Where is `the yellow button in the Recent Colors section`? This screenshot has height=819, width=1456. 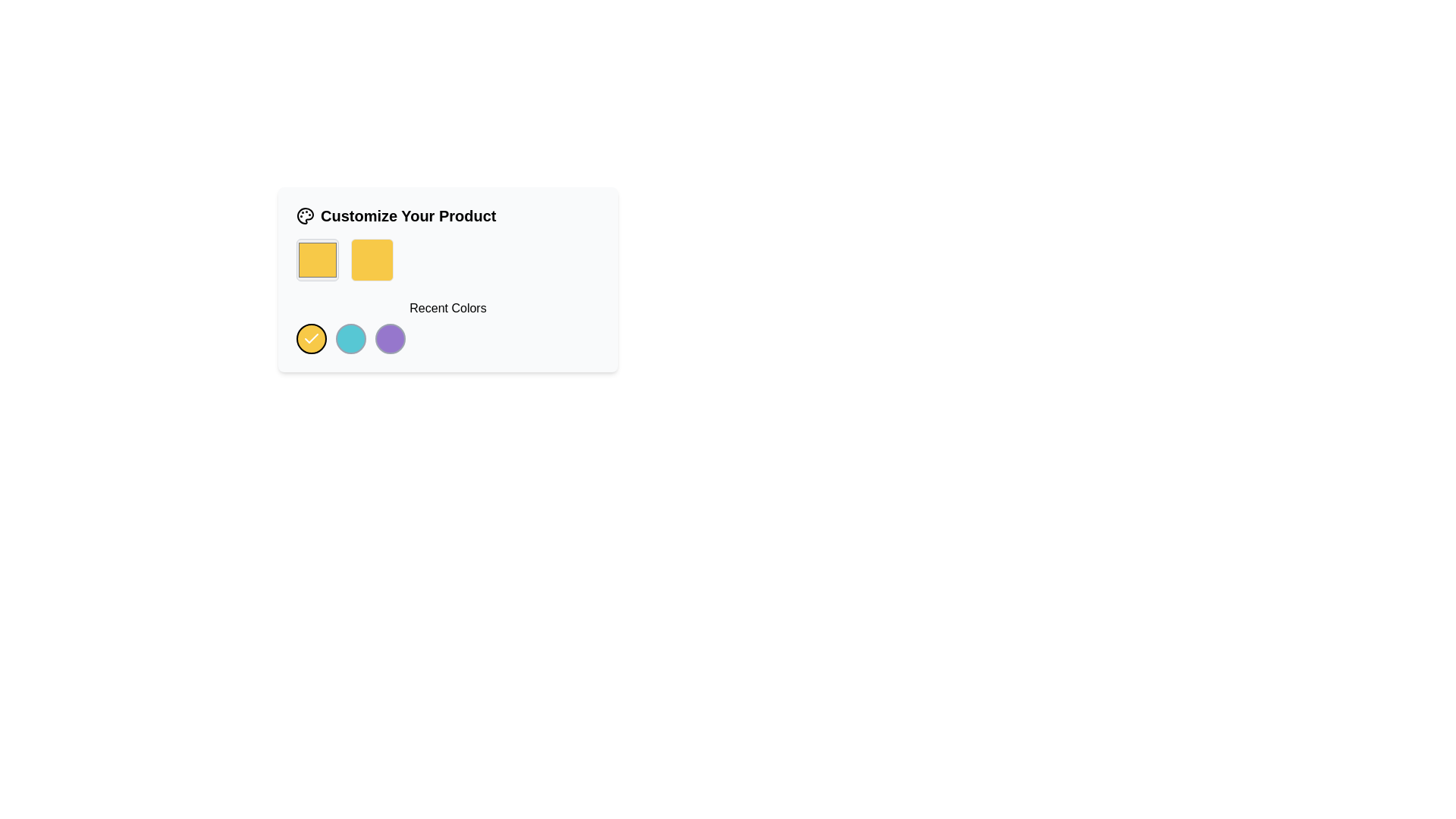 the yellow button in the Recent Colors section is located at coordinates (447, 338).